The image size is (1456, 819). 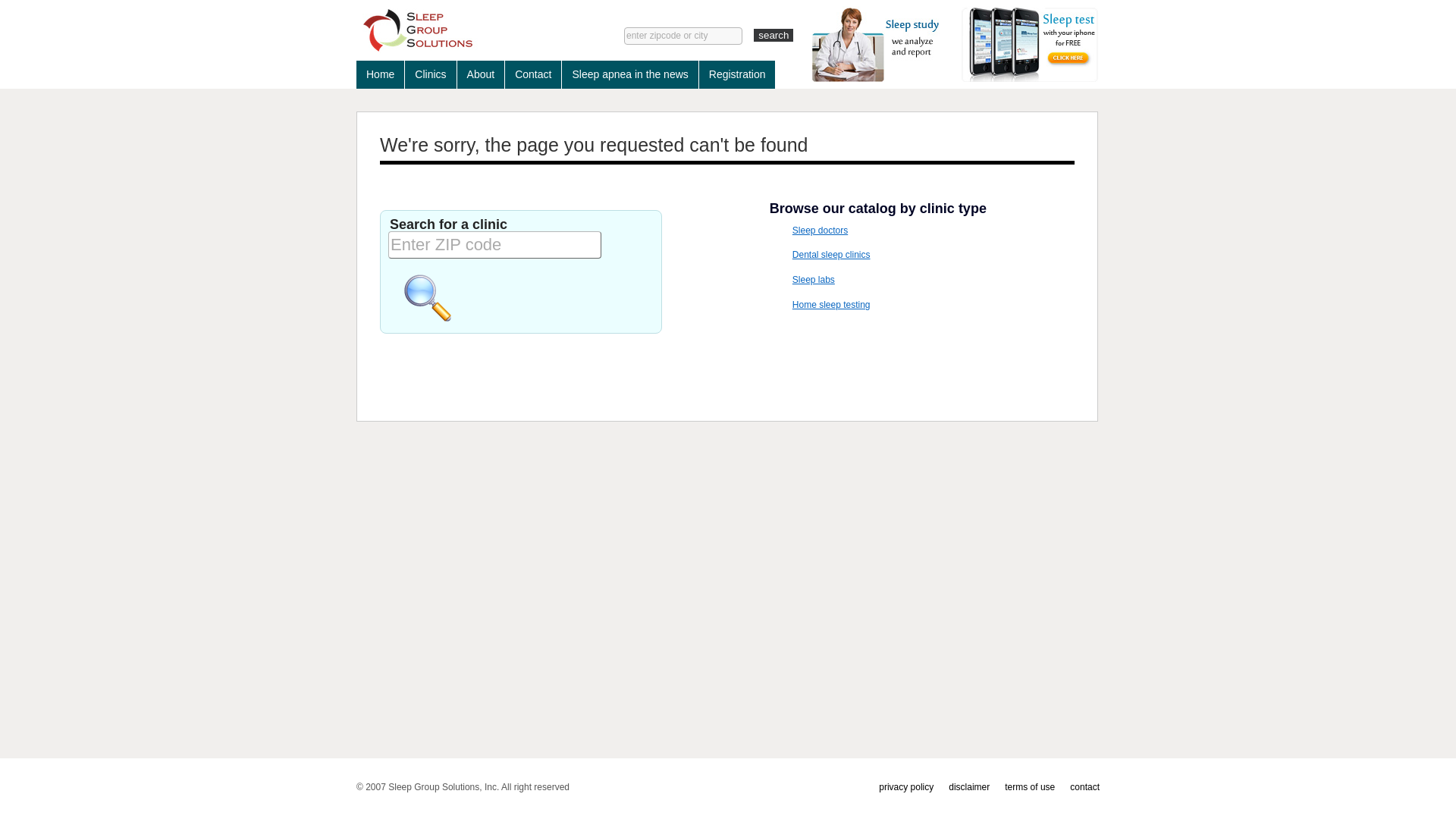 I want to click on 'Home sleep testing', so click(x=830, y=304).